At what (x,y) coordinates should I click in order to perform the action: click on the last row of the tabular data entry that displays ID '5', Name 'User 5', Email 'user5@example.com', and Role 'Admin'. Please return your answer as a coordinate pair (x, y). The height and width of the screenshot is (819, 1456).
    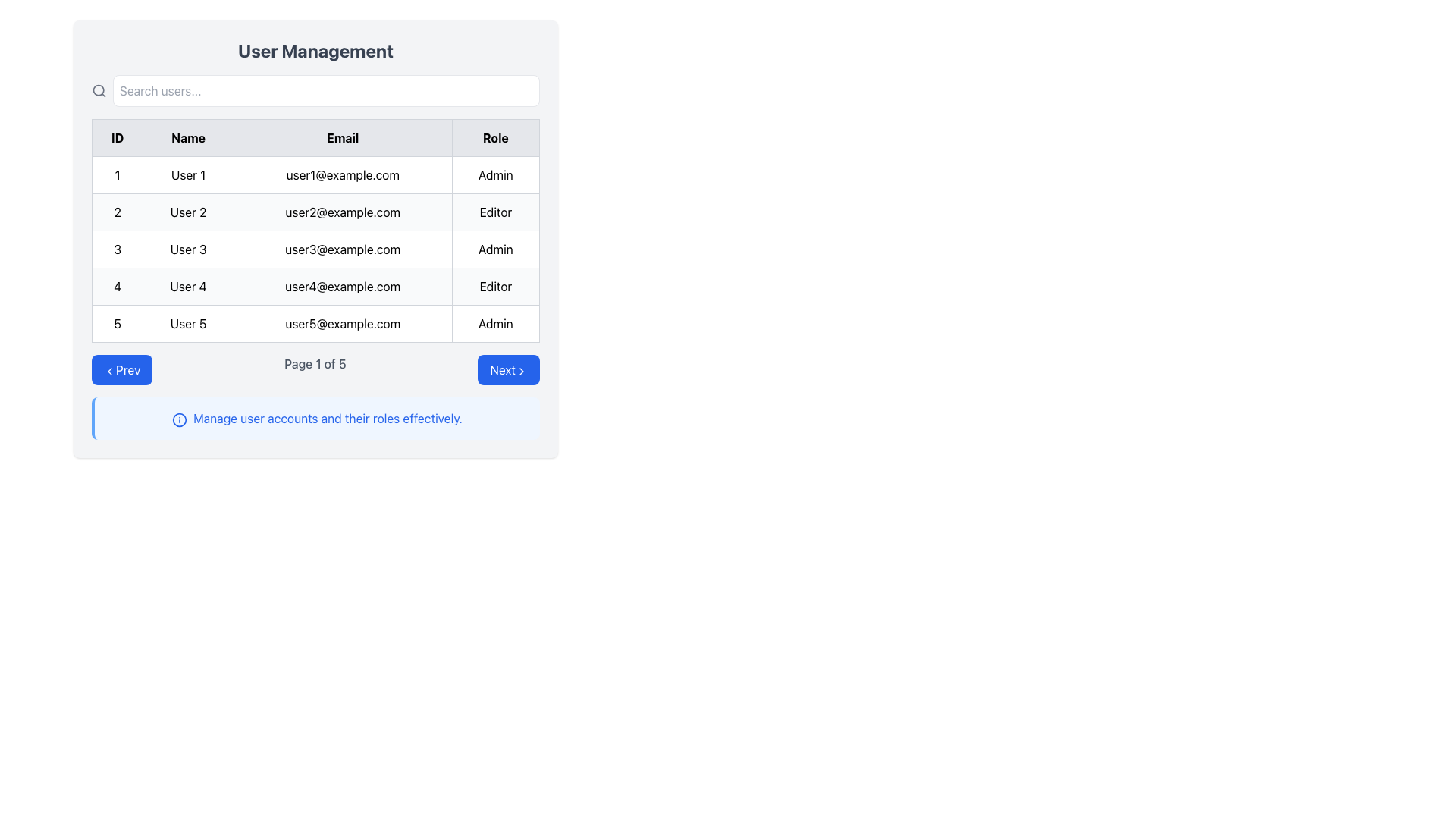
    Looking at the image, I should click on (315, 323).